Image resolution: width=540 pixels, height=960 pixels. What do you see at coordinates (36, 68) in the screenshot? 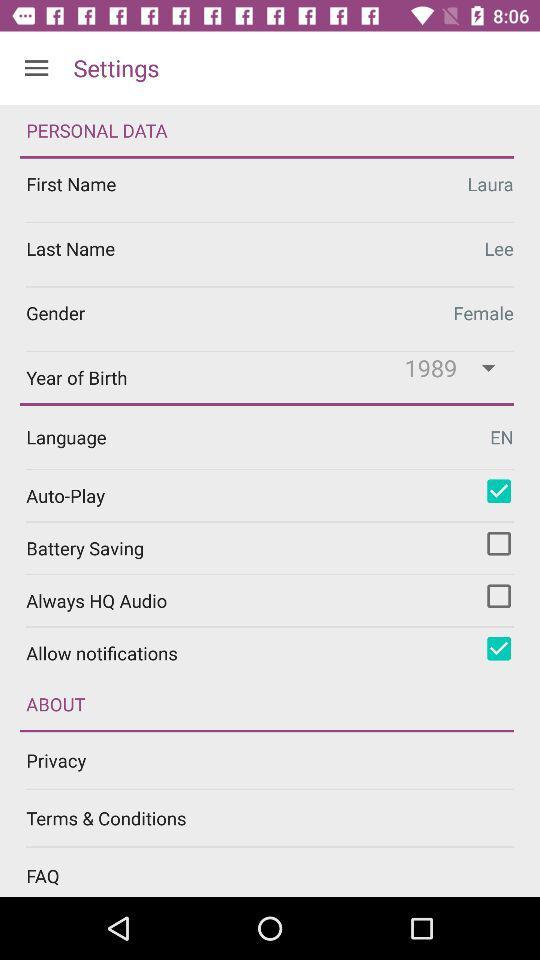
I see `icon next to settings` at bounding box center [36, 68].